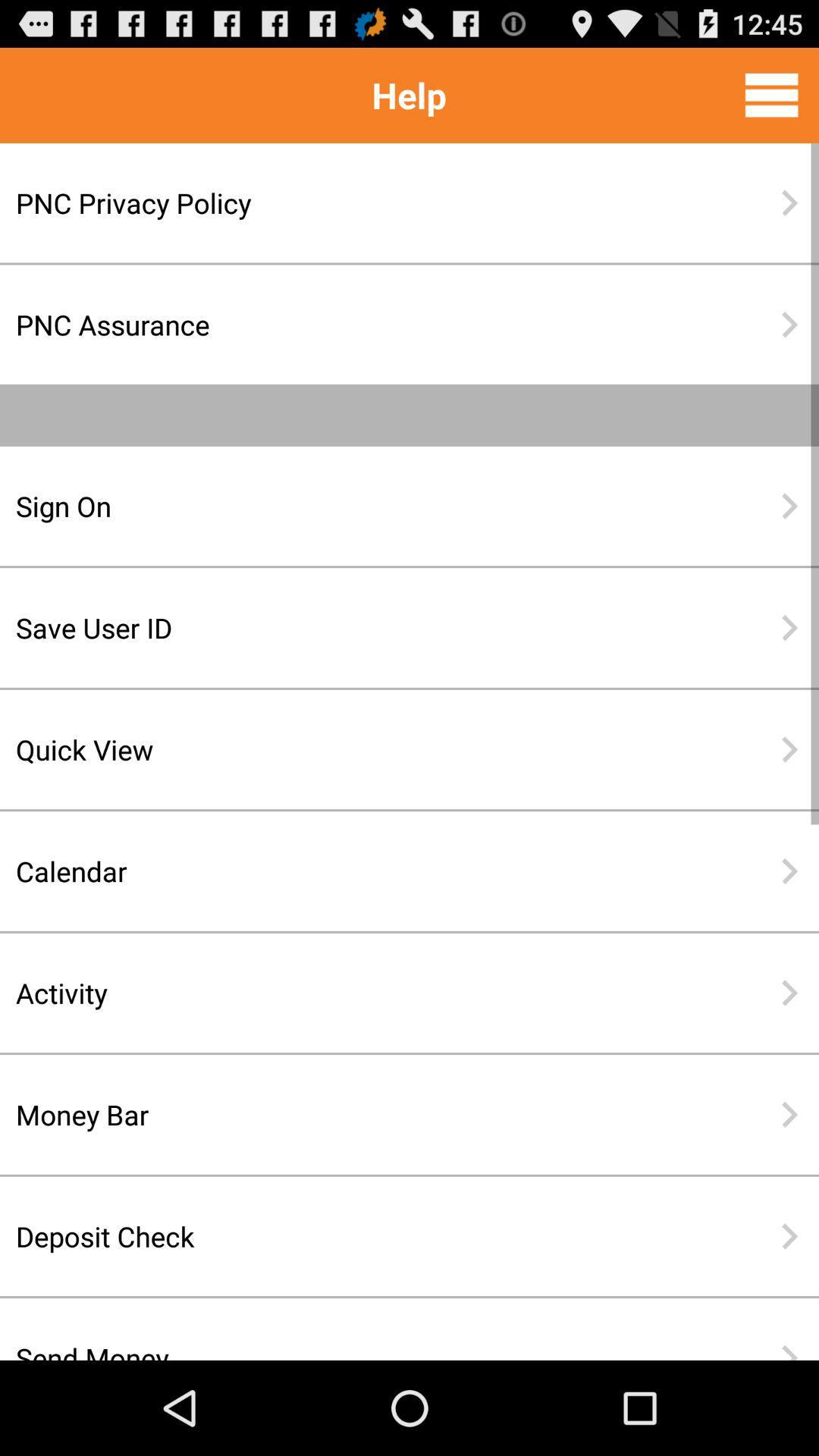 The height and width of the screenshot is (1456, 819). Describe the element at coordinates (789, 1114) in the screenshot. I see `the eight arrow from top` at that location.